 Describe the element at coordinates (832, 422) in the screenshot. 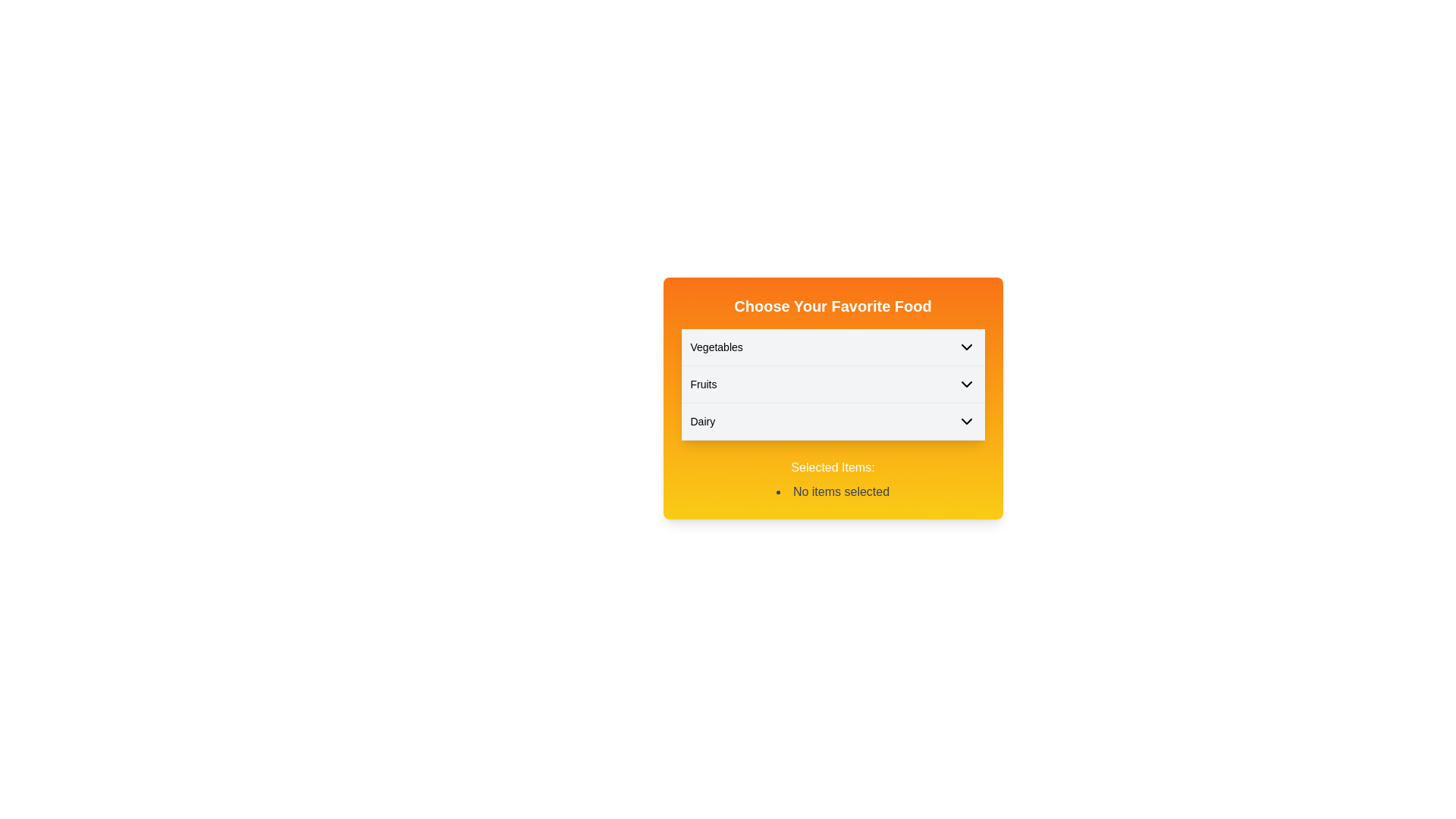

I see `the 'Dairy' row in the dropdown menu` at that location.